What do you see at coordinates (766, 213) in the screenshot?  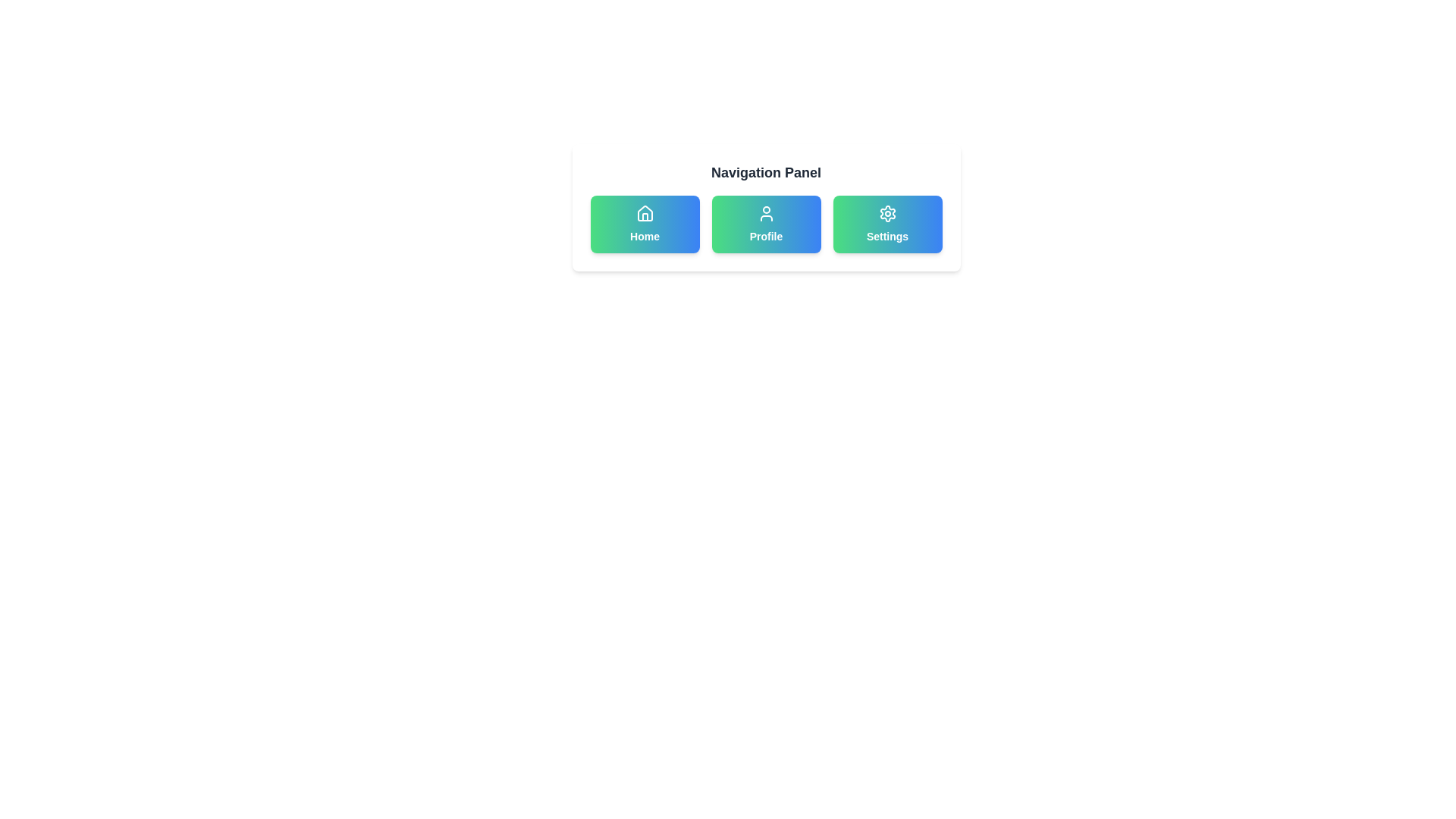 I see `the 'Profile' icon in the navigation panel, which is located between the 'Home' and 'Settings' buttons` at bounding box center [766, 213].